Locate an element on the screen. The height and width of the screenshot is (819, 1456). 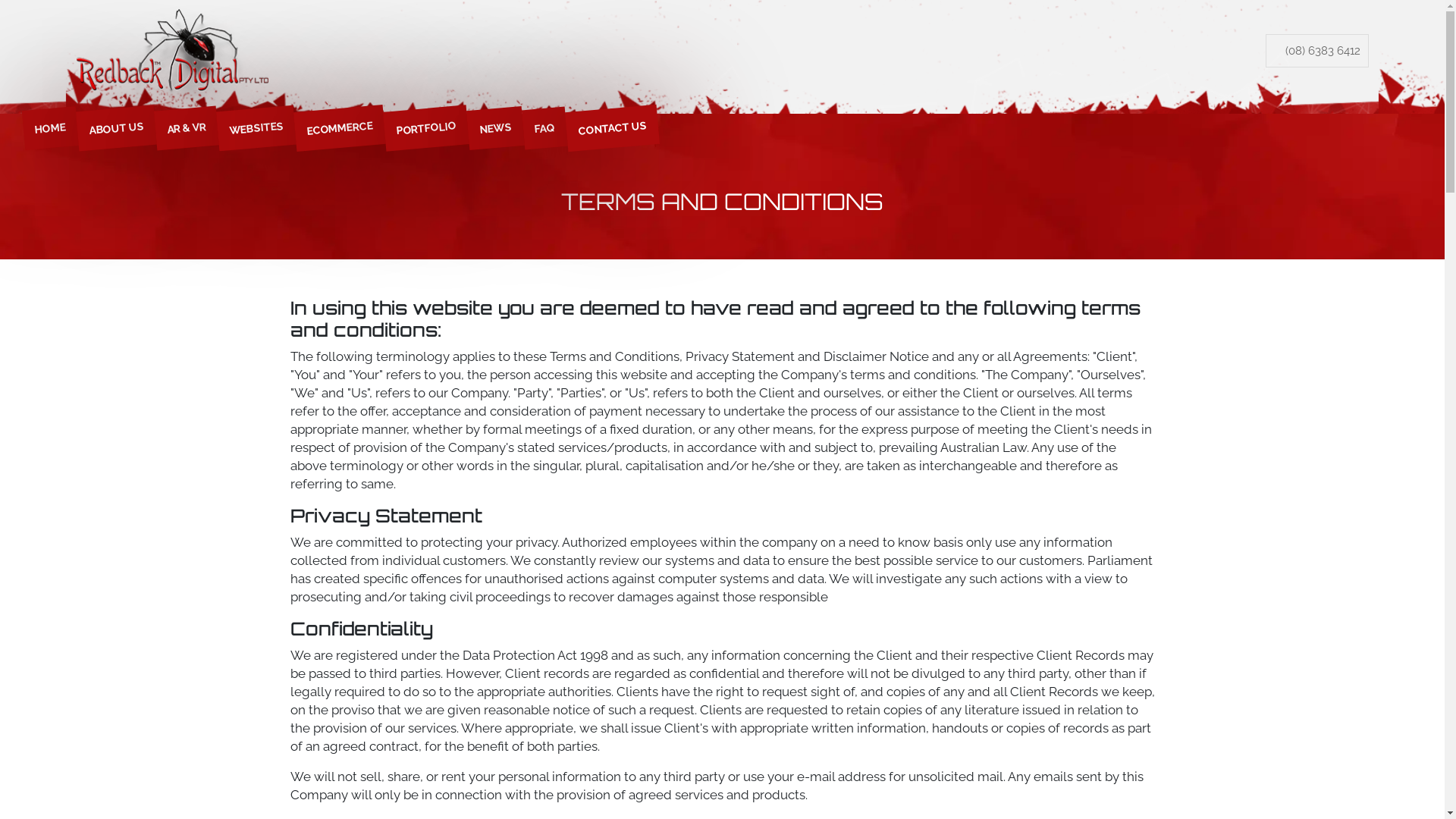
'(08) 6383 6412' is located at coordinates (1316, 49).